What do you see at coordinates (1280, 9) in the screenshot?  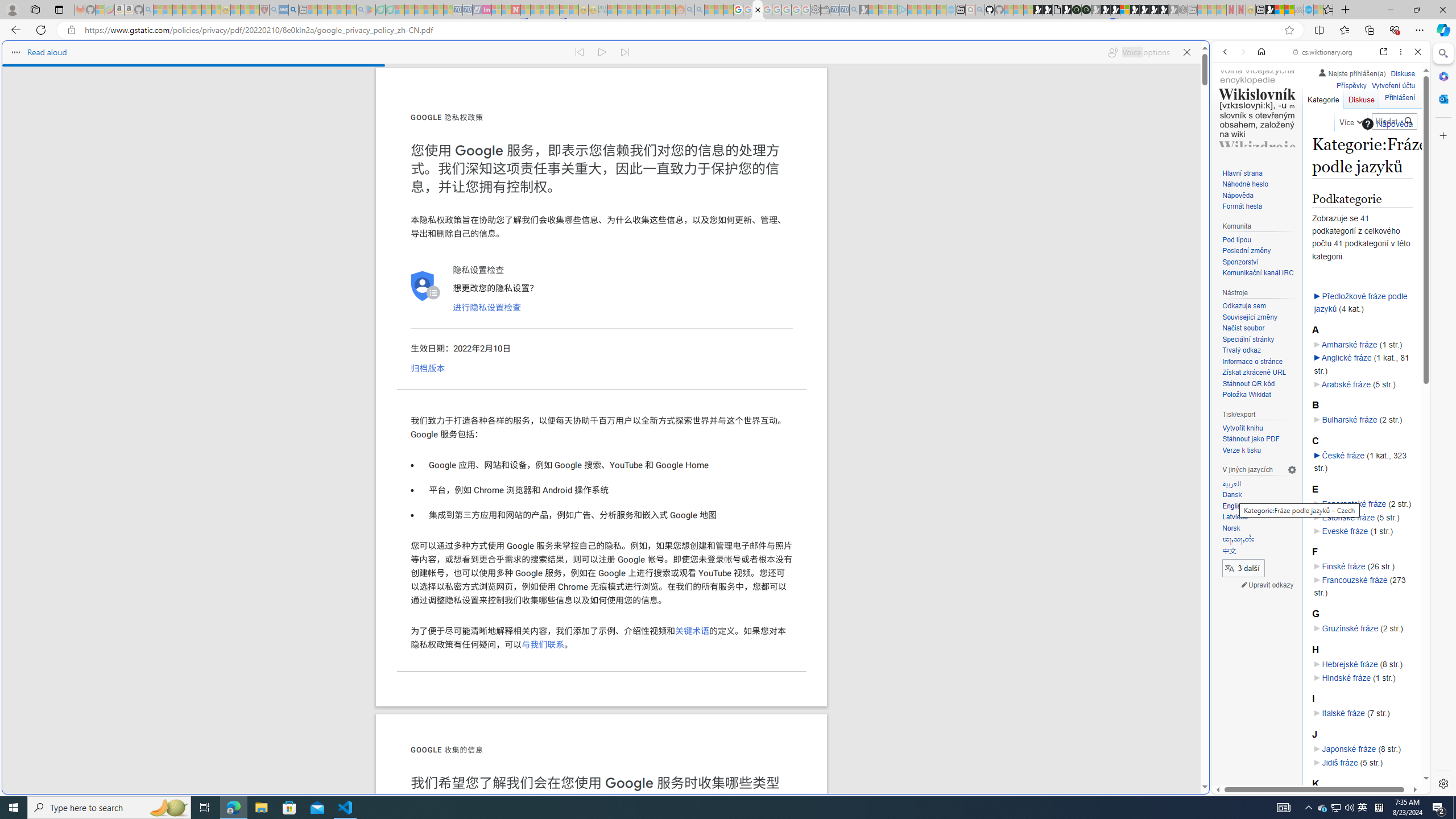 I see `'World - MSN'` at bounding box center [1280, 9].